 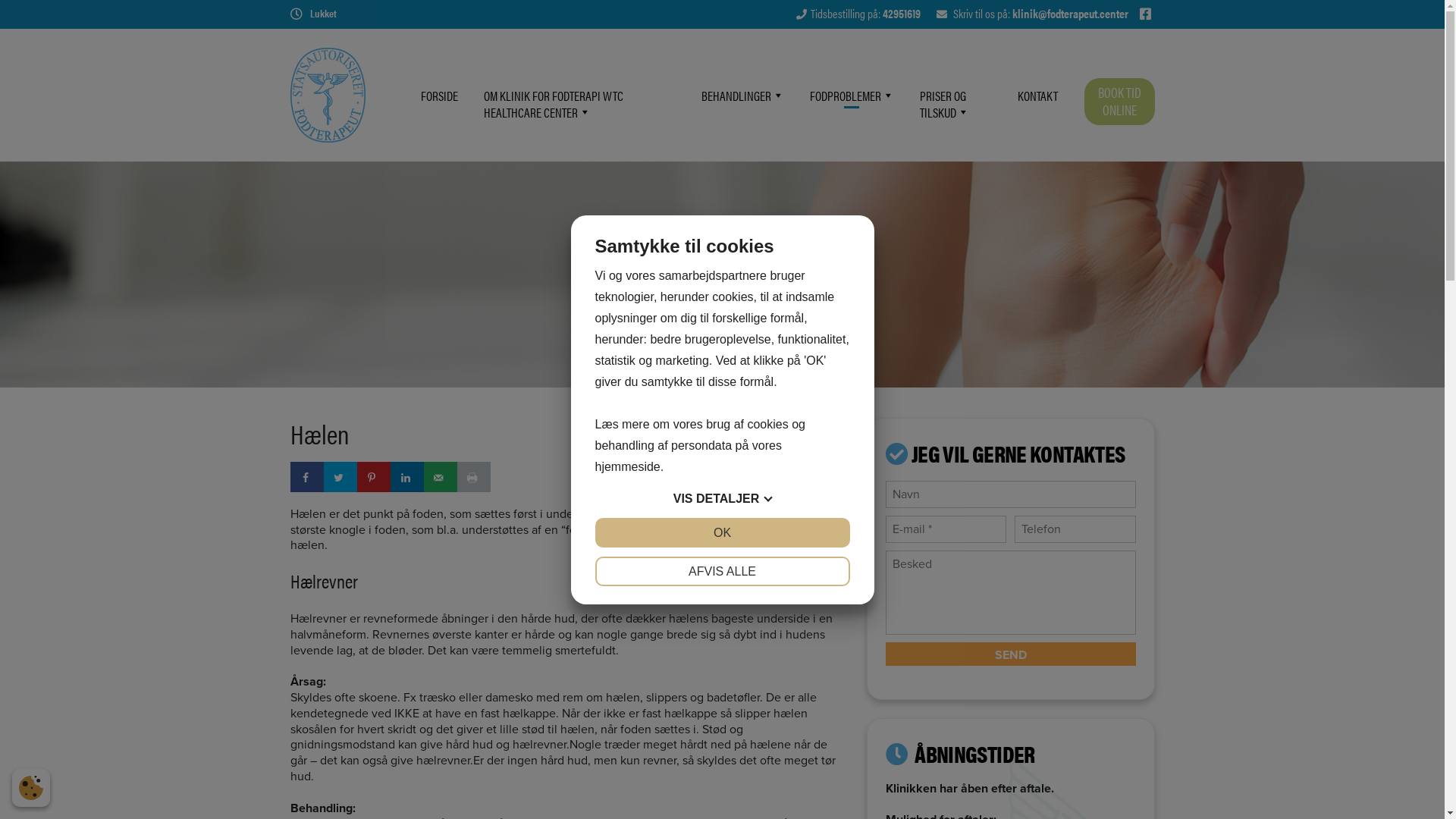 What do you see at coordinates (338, 475) in the screenshot?
I see `'Share on Twitter'` at bounding box center [338, 475].